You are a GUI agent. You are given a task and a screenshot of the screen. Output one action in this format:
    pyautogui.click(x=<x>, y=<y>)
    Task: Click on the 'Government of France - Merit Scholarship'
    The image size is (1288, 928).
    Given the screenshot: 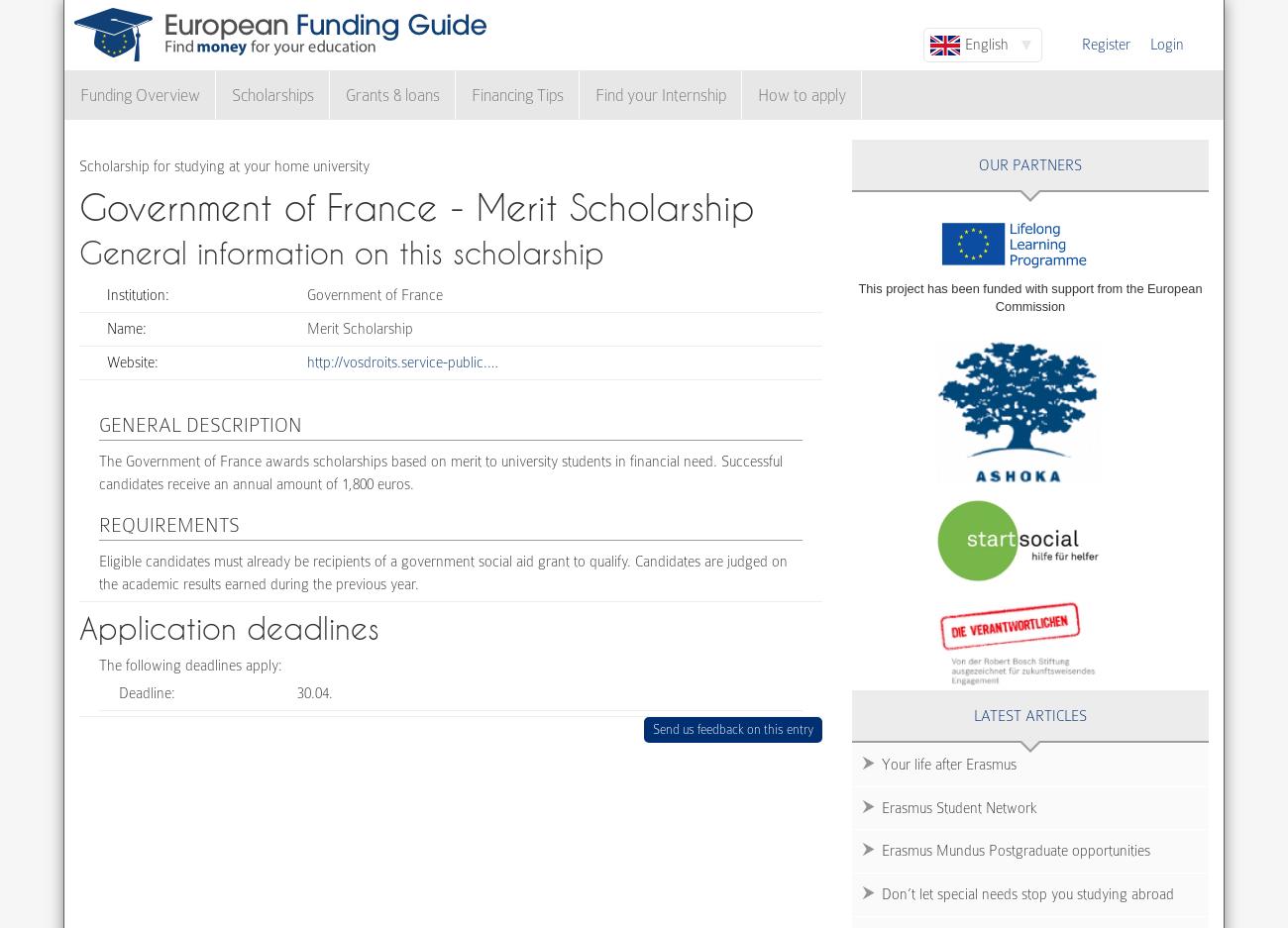 What is the action you would take?
    pyautogui.click(x=416, y=206)
    